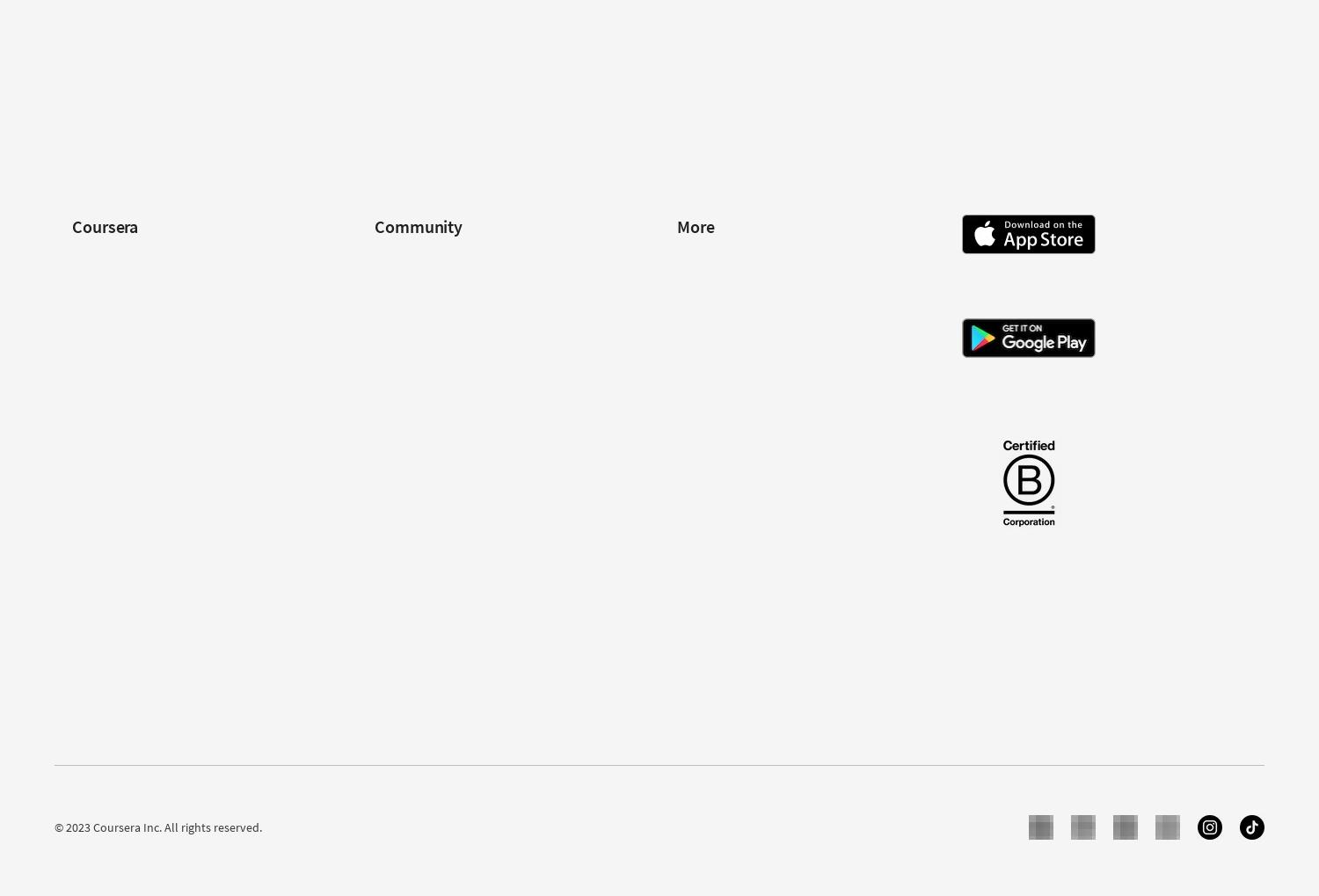 This screenshot has height=896, width=1319. I want to click on 'See All Courses', so click(716, 85).